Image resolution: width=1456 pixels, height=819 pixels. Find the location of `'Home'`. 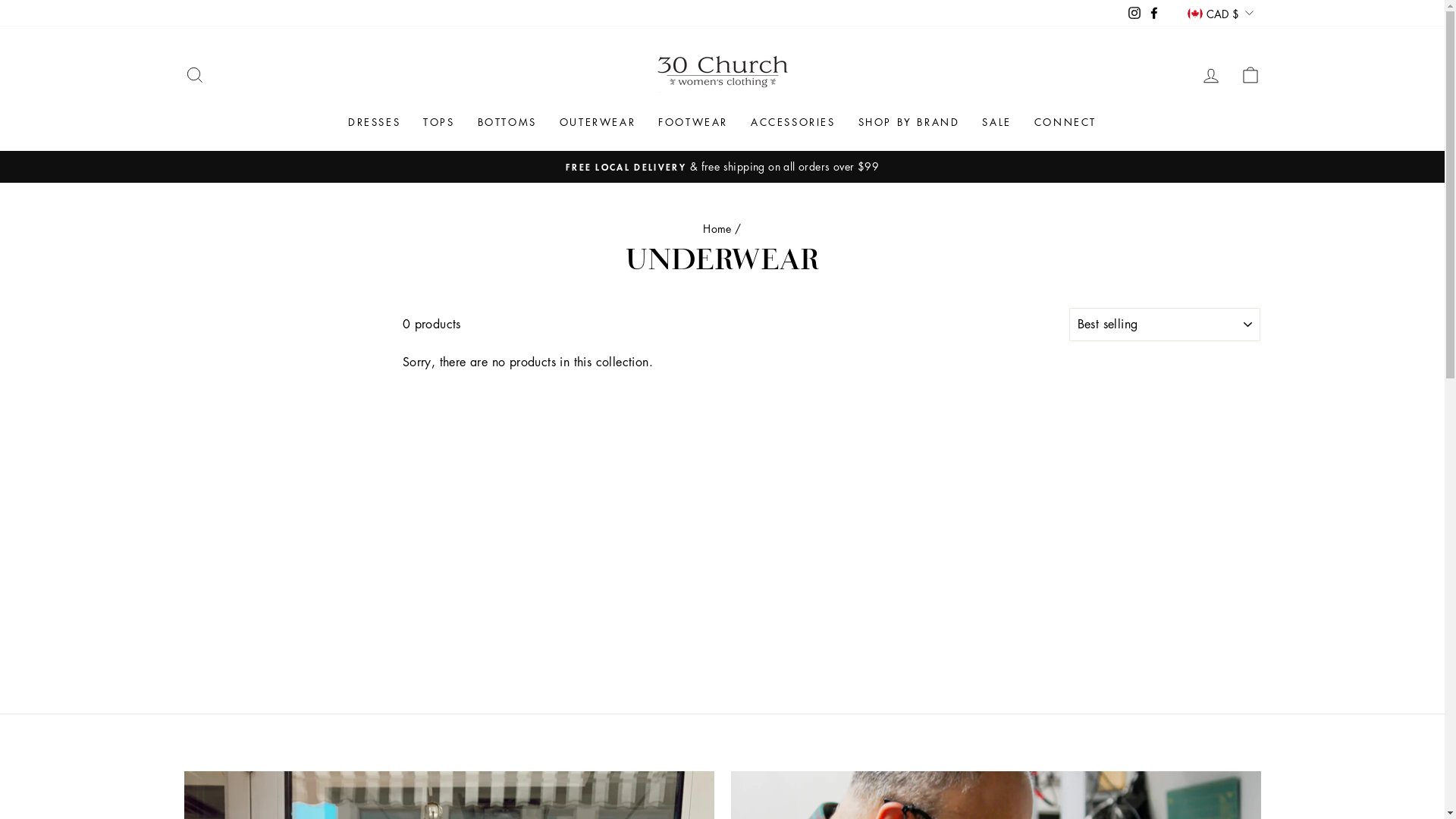

'Home' is located at coordinates (716, 227).